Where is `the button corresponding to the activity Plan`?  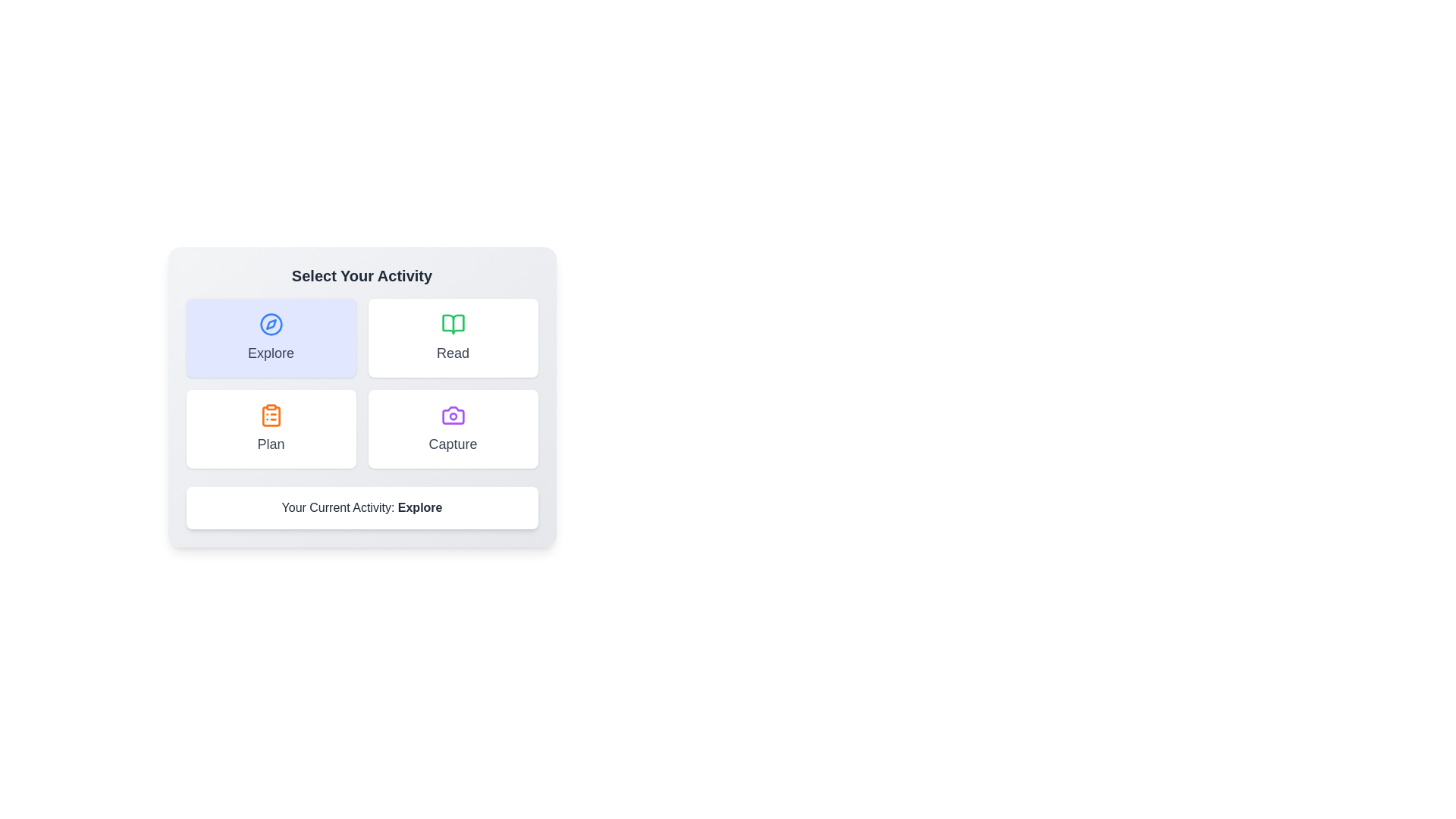
the button corresponding to the activity Plan is located at coordinates (271, 429).